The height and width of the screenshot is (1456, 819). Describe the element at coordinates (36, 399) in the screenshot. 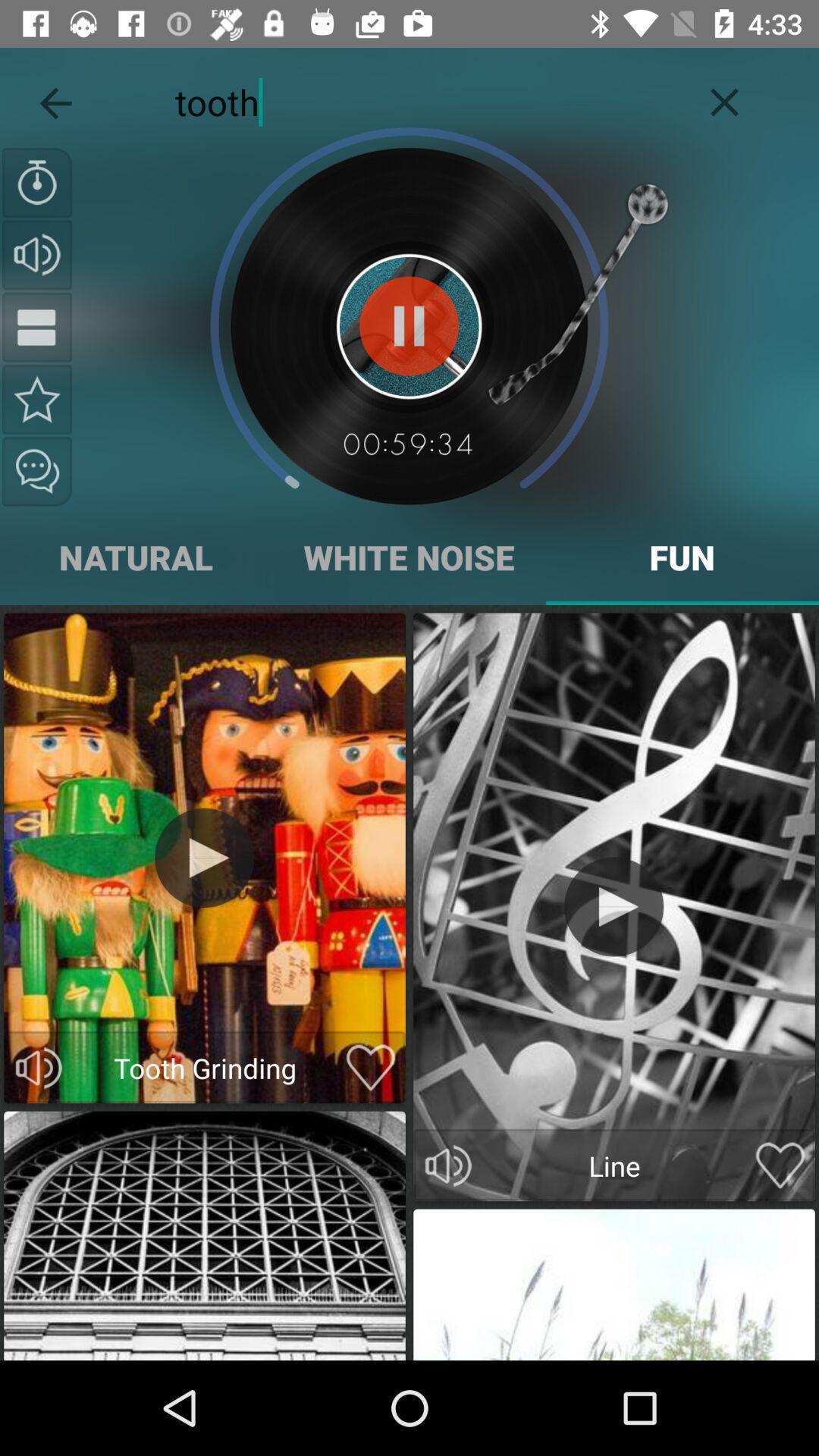

I see `mark as favorite` at that location.